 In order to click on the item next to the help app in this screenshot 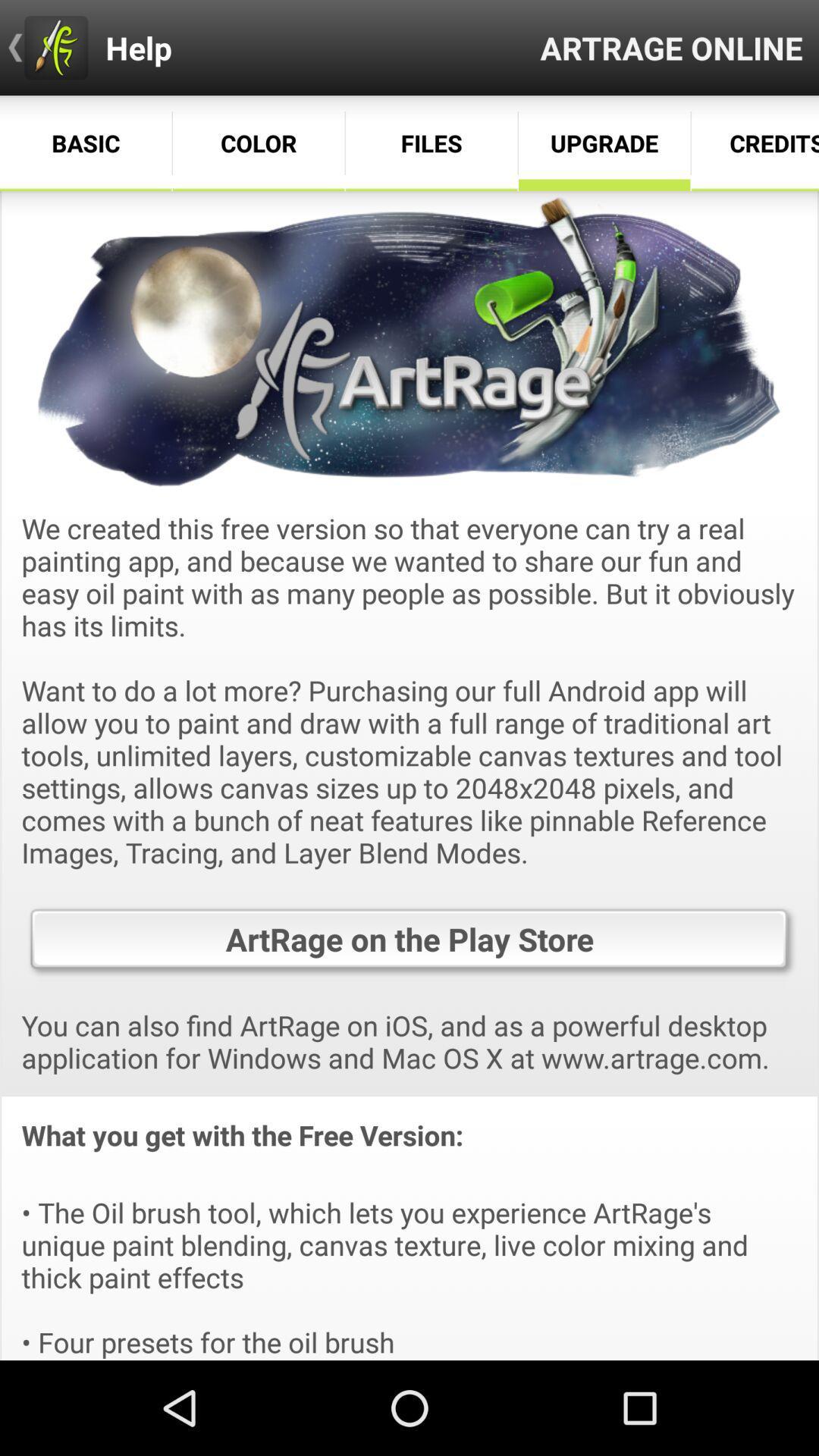, I will do `click(670, 47)`.